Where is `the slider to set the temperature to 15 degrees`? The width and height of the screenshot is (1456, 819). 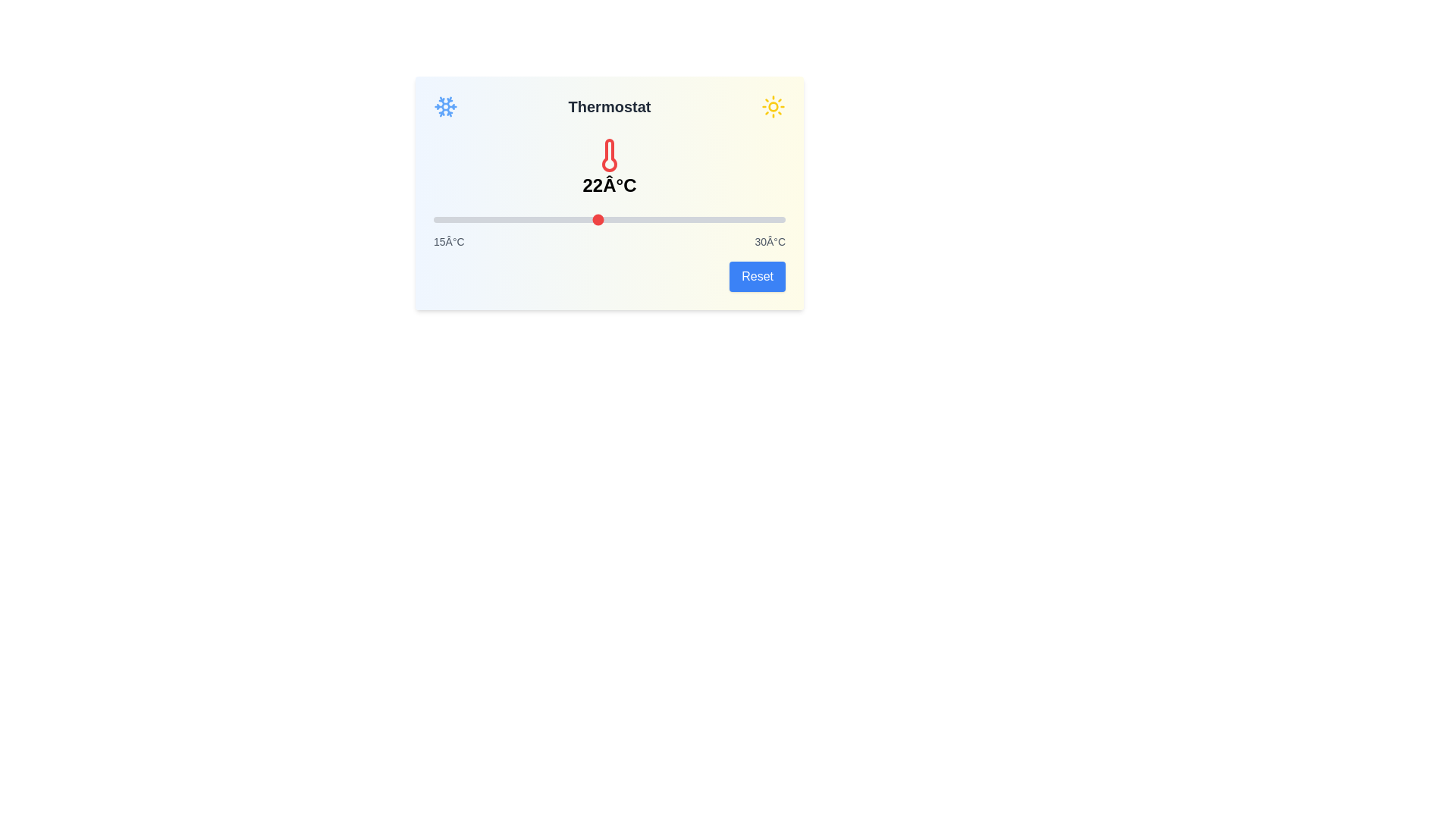 the slider to set the temperature to 15 degrees is located at coordinates (432, 219).